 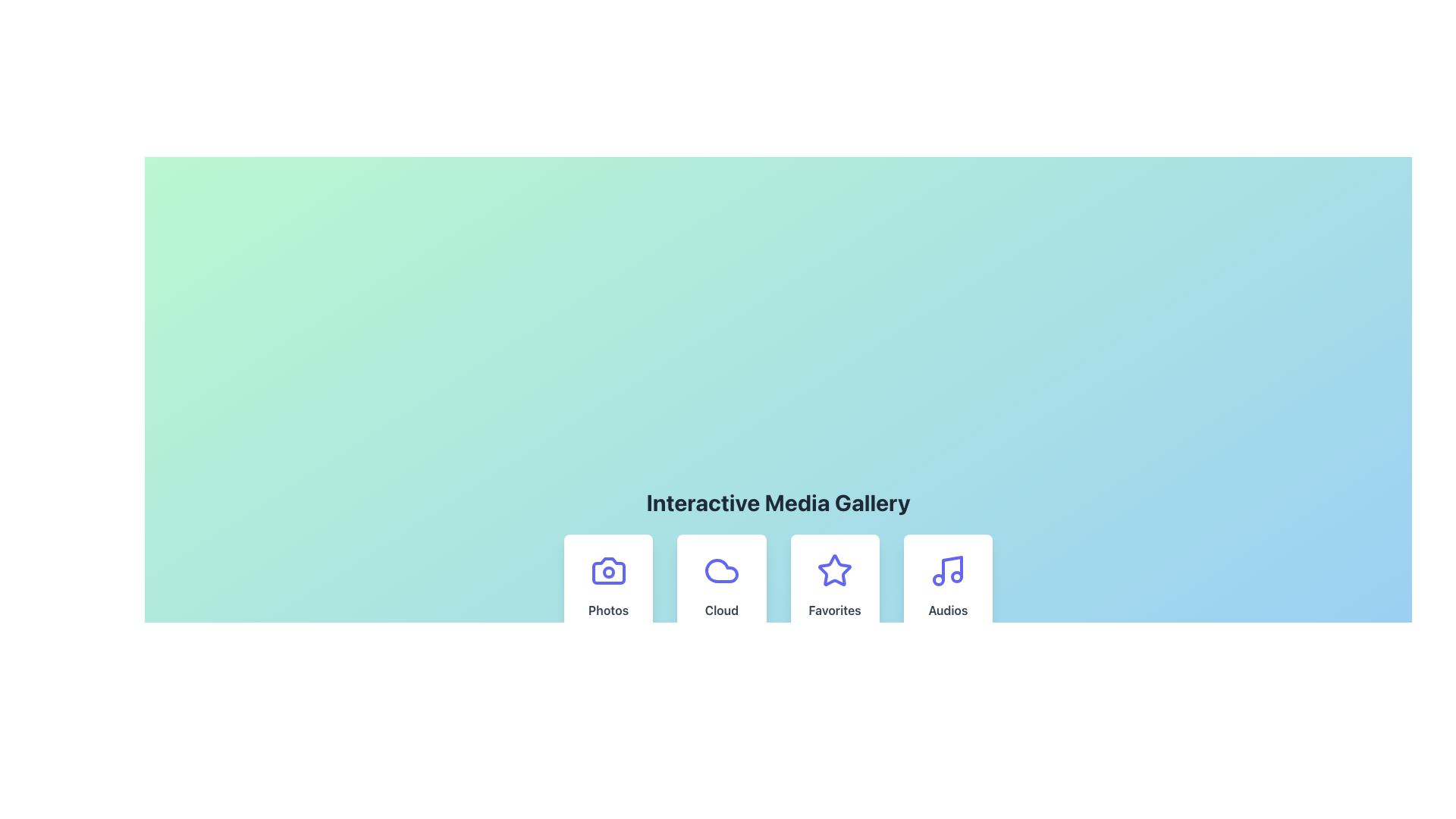 I want to click on the cloud icon, which is the second icon from the left in the bottom row titled 'Interactive Media Gallery', for interaction, so click(x=720, y=570).